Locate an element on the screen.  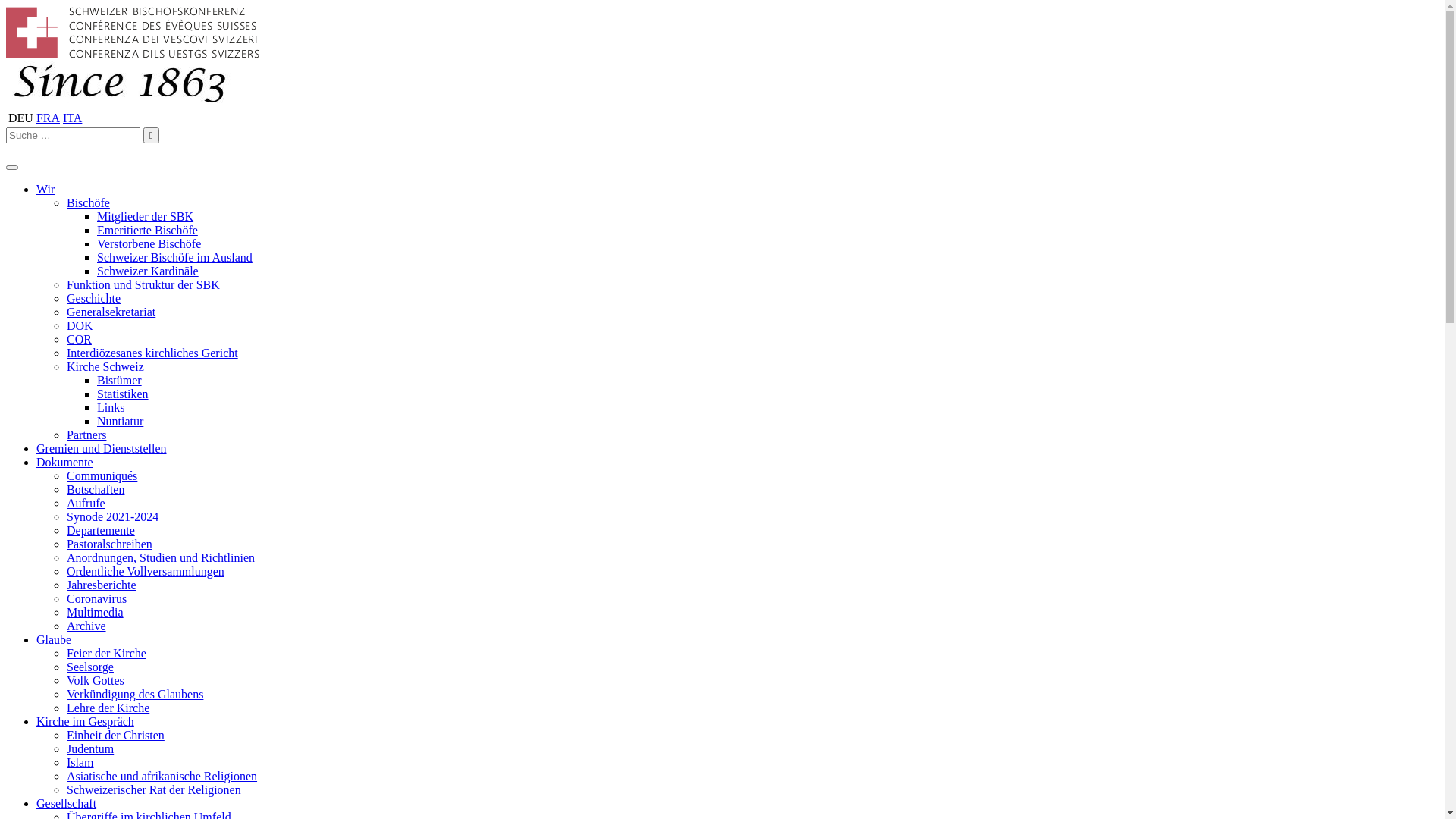
'Archive' is located at coordinates (86, 626).